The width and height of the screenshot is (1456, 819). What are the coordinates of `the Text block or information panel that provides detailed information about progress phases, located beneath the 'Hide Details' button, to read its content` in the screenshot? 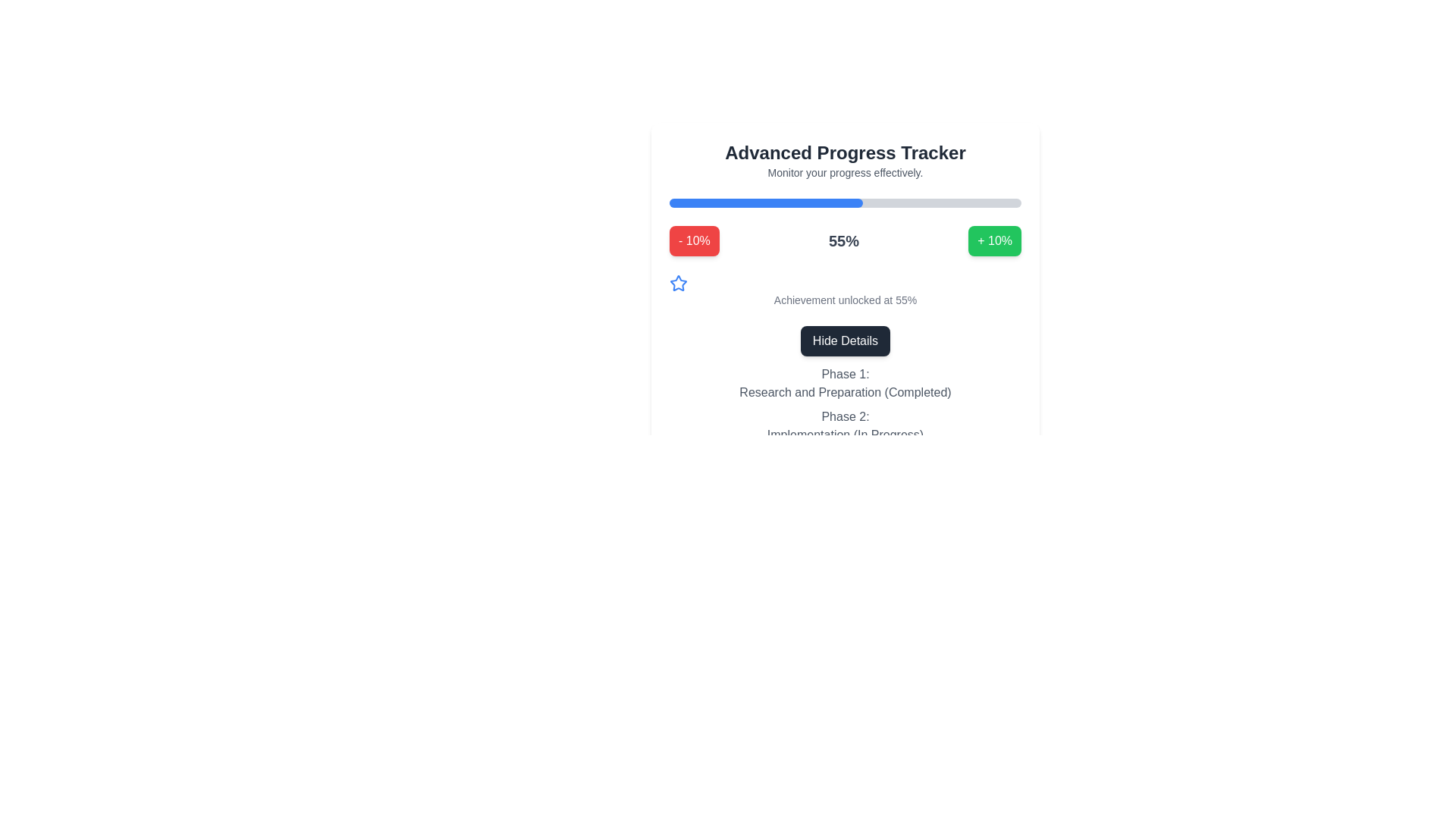 It's located at (844, 406).